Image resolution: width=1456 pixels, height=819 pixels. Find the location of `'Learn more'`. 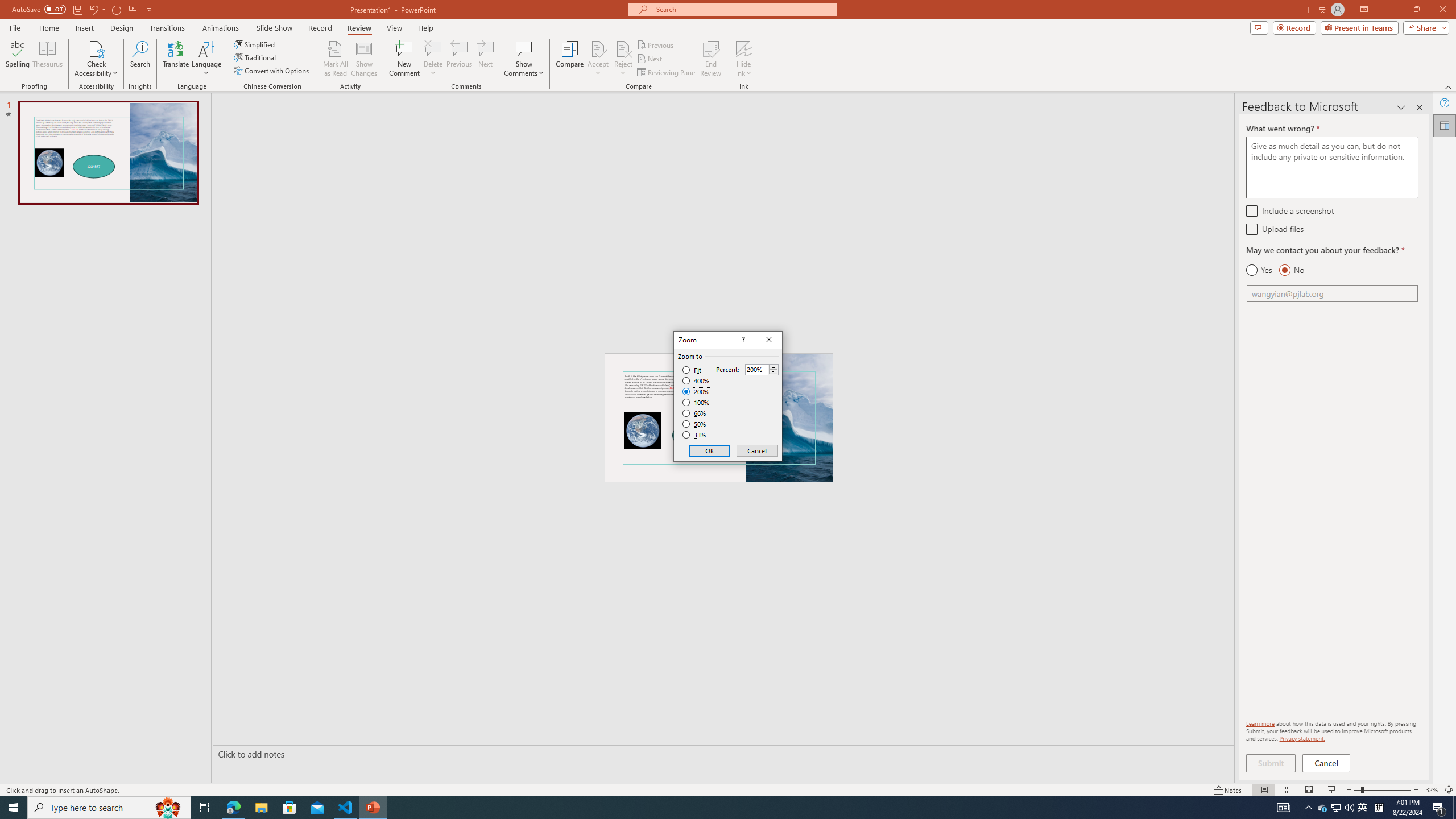

'Learn more' is located at coordinates (1260, 723).